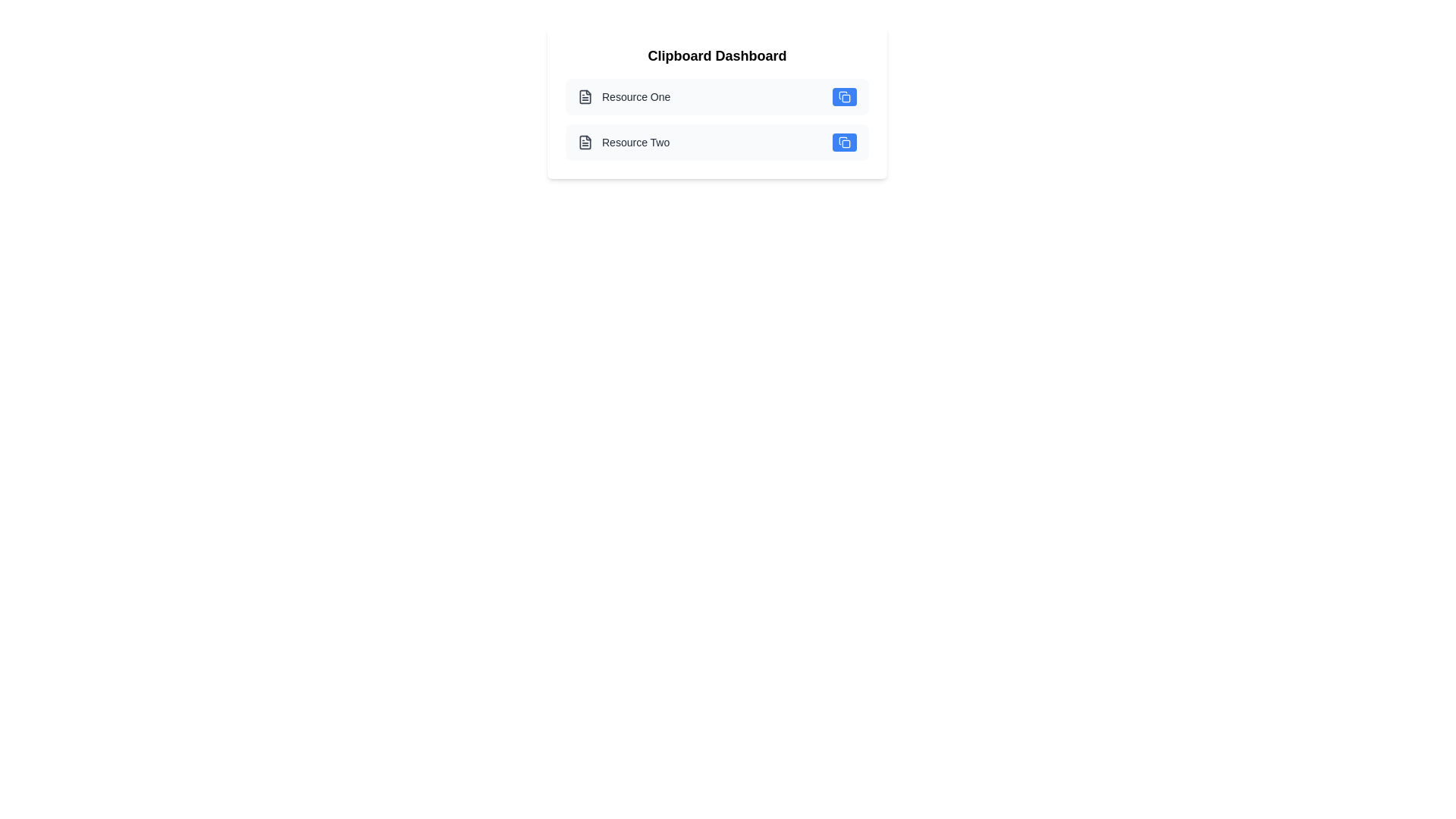 The width and height of the screenshot is (1456, 819). What do you see at coordinates (843, 143) in the screenshot?
I see `the button located on the far right of the row labeled 'Resource Two'` at bounding box center [843, 143].